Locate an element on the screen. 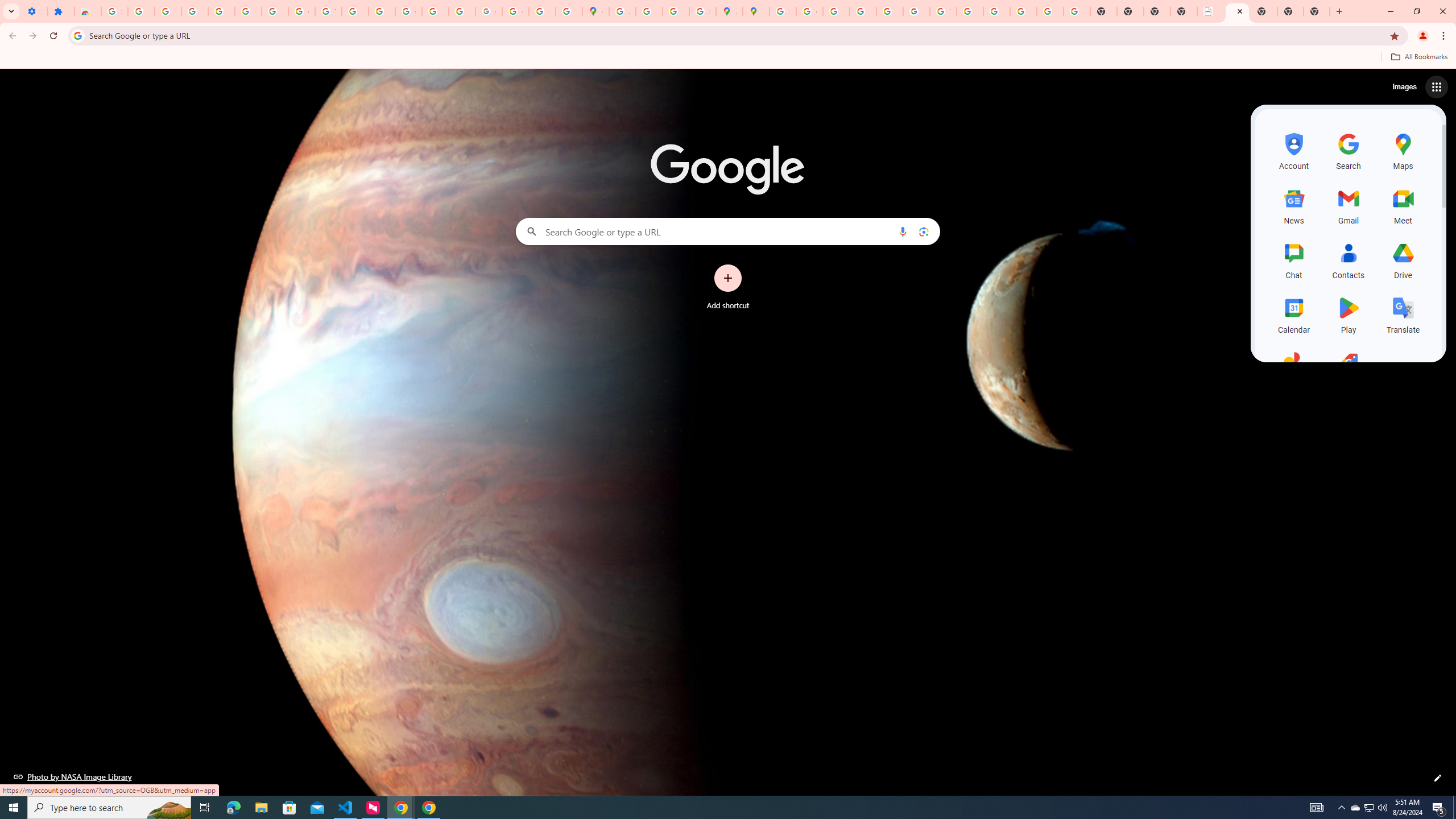 Image resolution: width=1456 pixels, height=819 pixels. 'Drive, row 3 of 5 and column 3 of 3 in the first section' is located at coordinates (1403, 259).